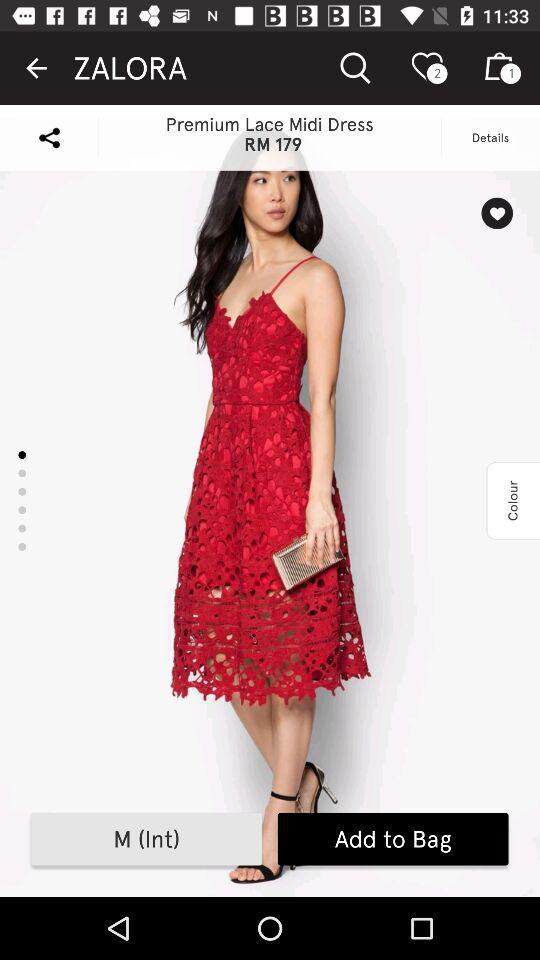 The width and height of the screenshot is (540, 960). I want to click on icon below the details, so click(496, 213).